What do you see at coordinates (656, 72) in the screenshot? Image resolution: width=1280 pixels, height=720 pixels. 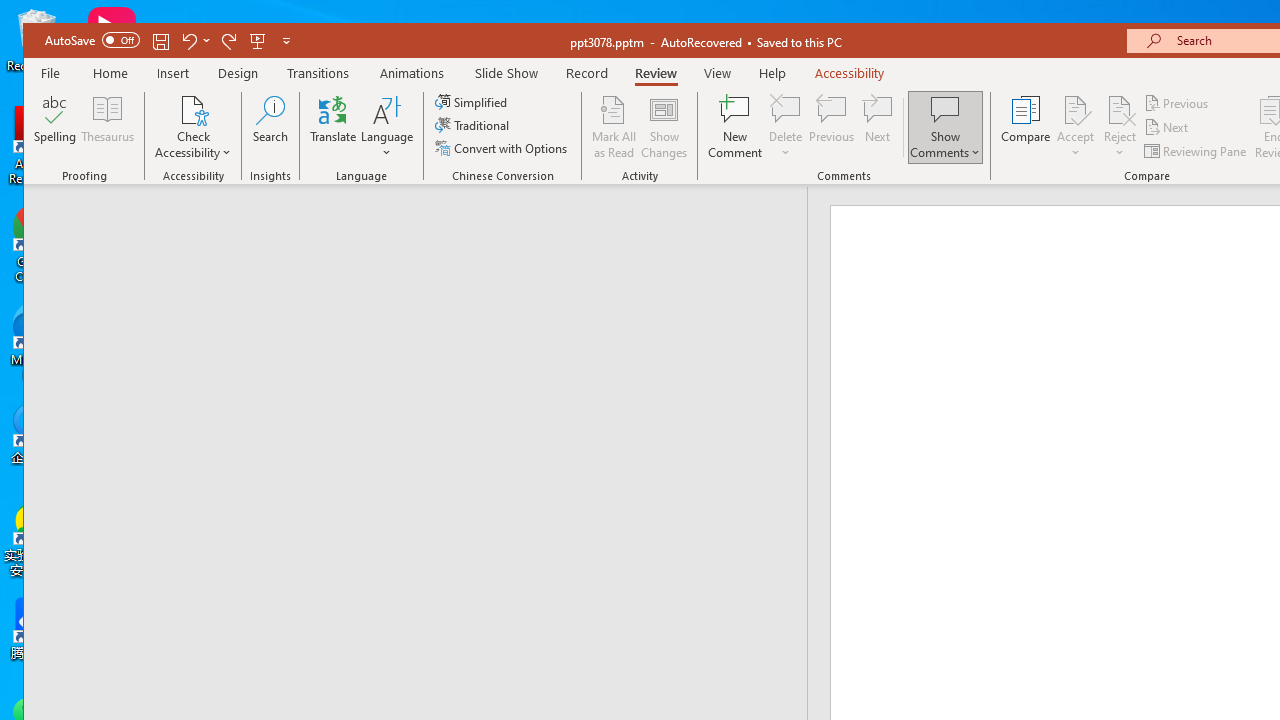 I see `'Review'` at bounding box center [656, 72].